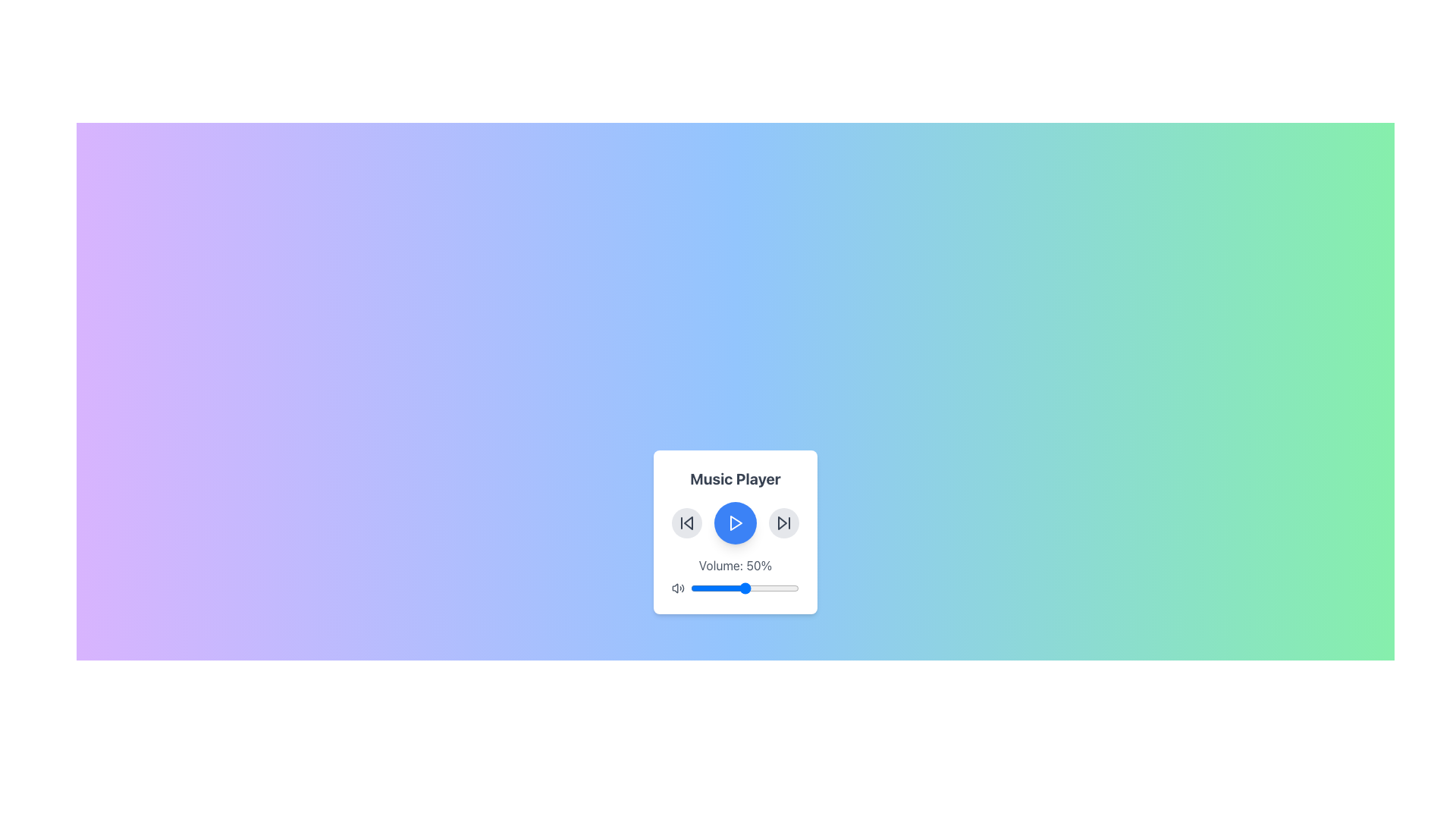 Image resolution: width=1456 pixels, height=819 pixels. What do you see at coordinates (794, 587) in the screenshot?
I see `volume level` at bounding box center [794, 587].